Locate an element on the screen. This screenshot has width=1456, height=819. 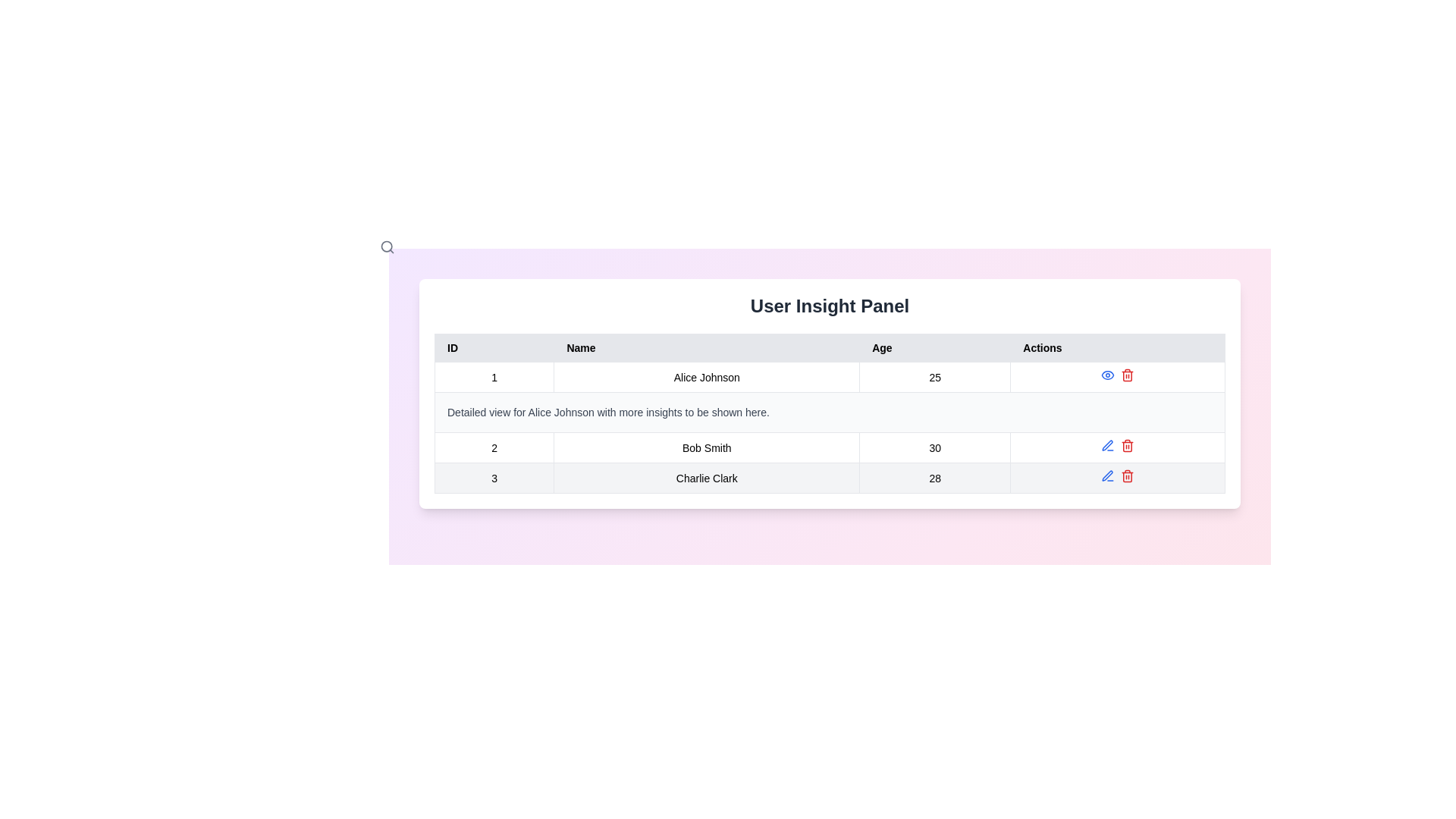
the SVG-based search icon located near the top-left corner of the interface, adjacent to the 'User Insight Panel' title is located at coordinates (387, 246).